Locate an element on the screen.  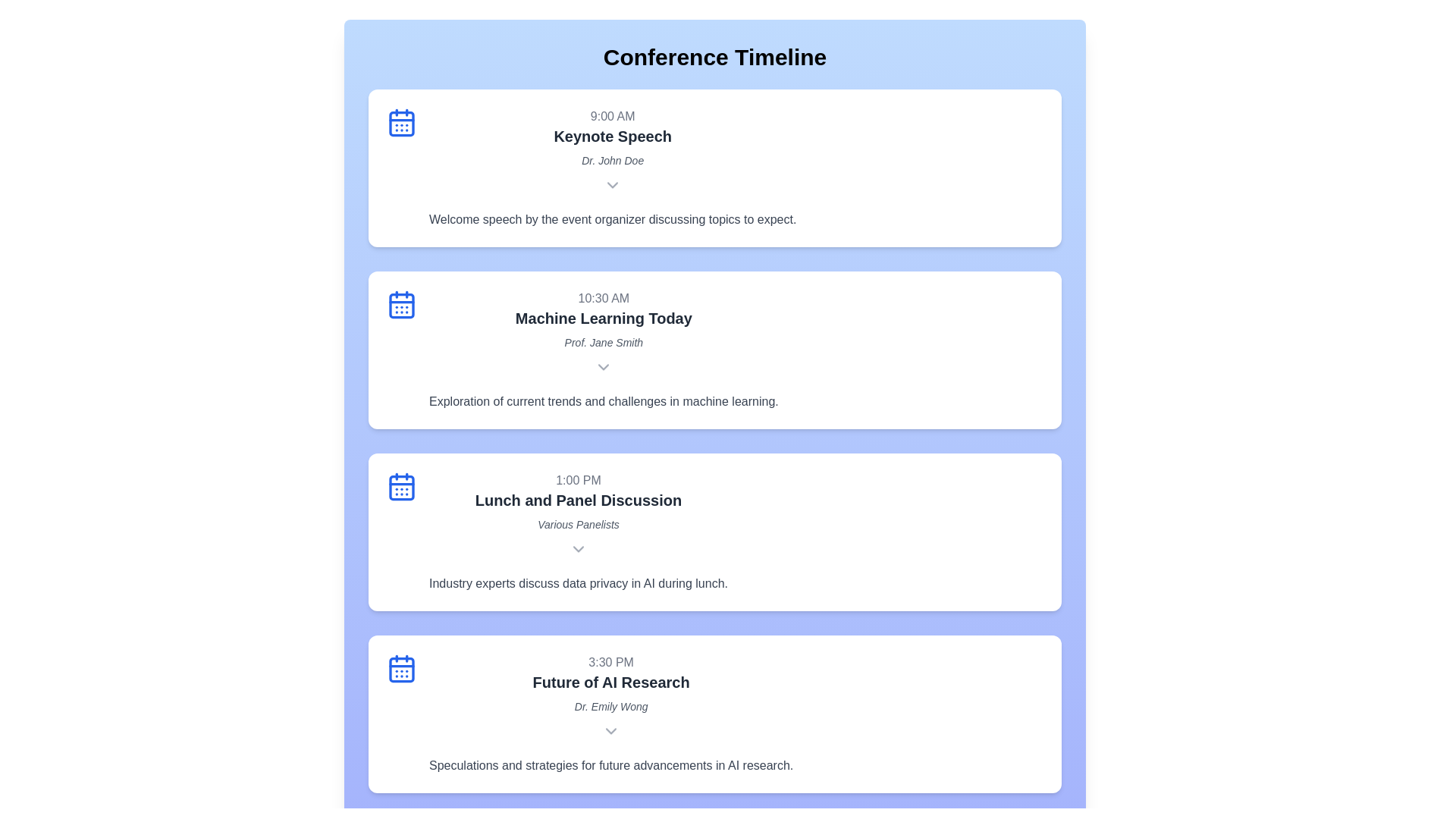
the non-interactive text display indicating 'Various Panelists' in the panel titled 'Lunch and Panel Discussion.' is located at coordinates (578, 523).